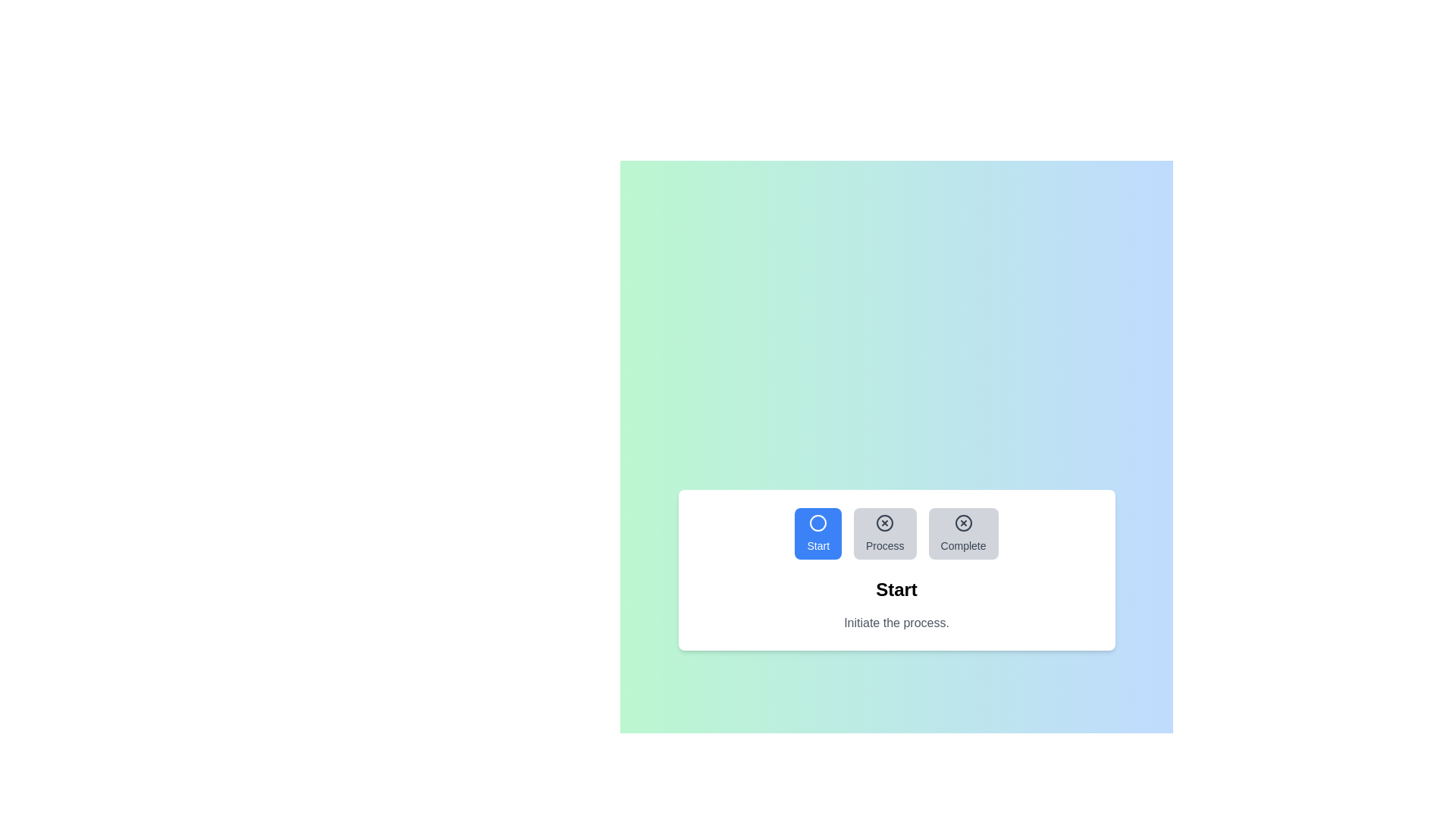 The width and height of the screenshot is (1456, 819). What do you see at coordinates (817, 533) in the screenshot?
I see `the 'Start' button located at the top left among its sibling buttons` at bounding box center [817, 533].